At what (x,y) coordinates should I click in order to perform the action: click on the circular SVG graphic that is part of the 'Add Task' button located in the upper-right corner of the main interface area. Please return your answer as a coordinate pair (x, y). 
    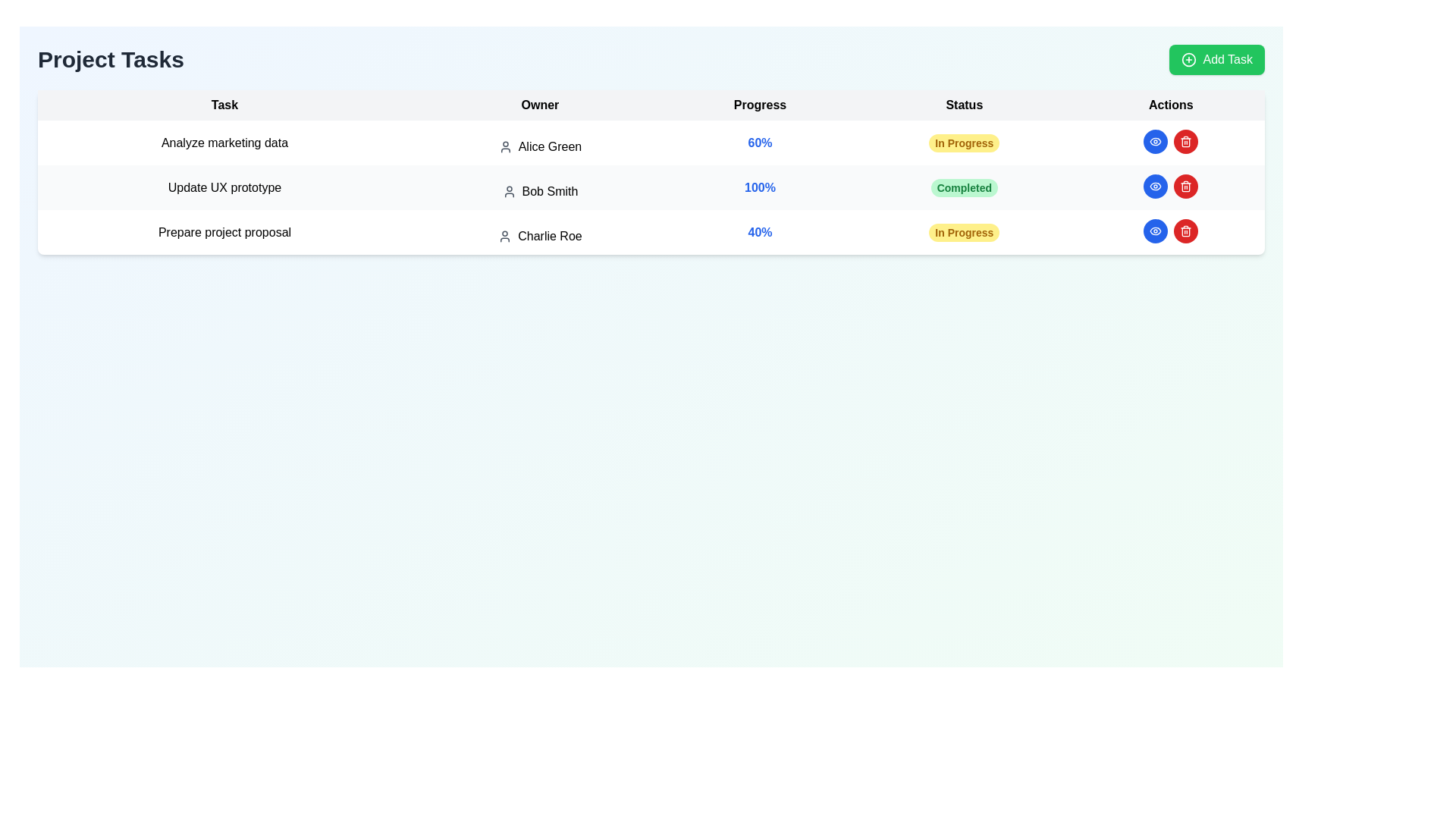
    Looking at the image, I should click on (1188, 58).